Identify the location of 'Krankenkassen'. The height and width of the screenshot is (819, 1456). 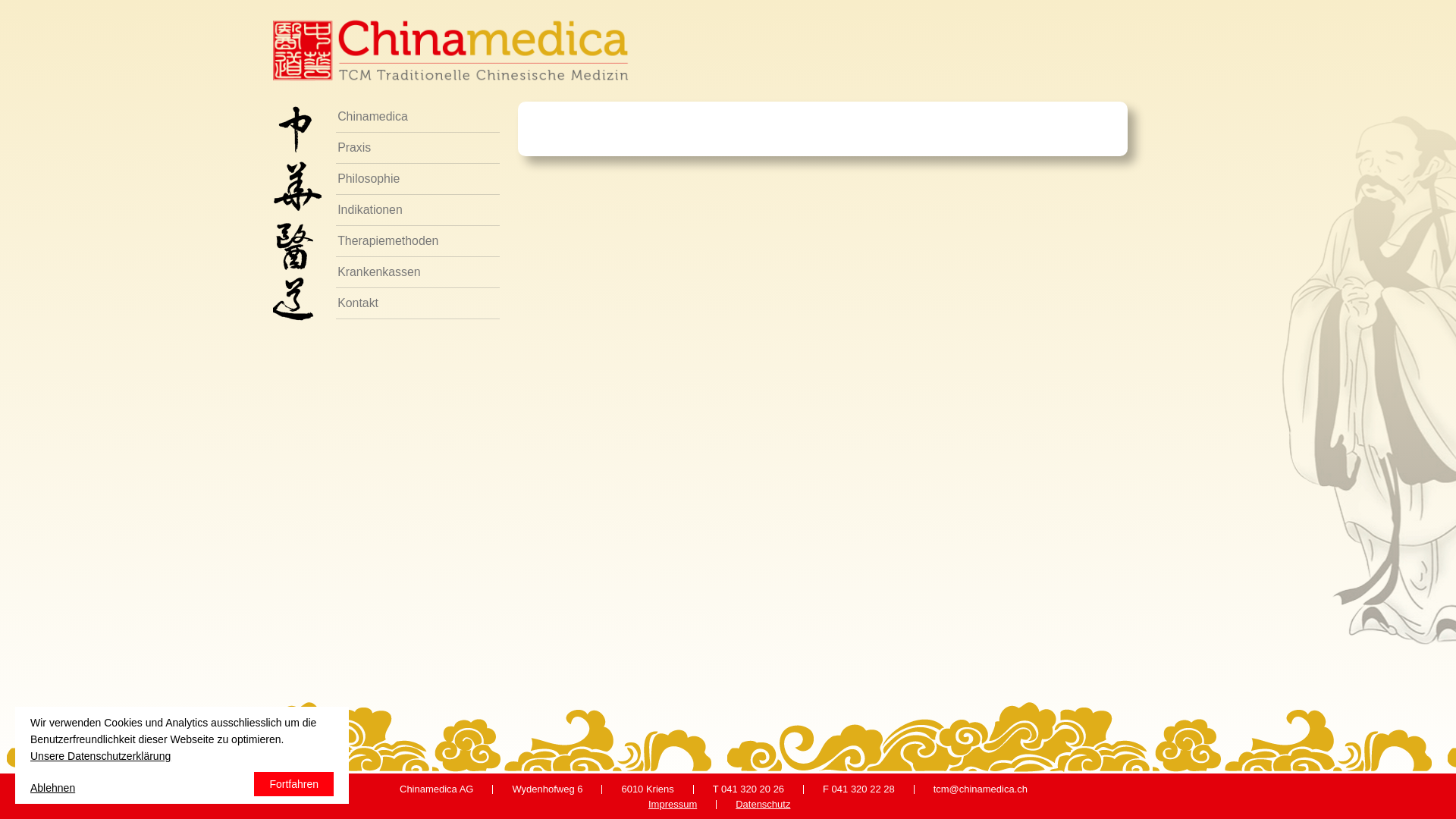
(418, 271).